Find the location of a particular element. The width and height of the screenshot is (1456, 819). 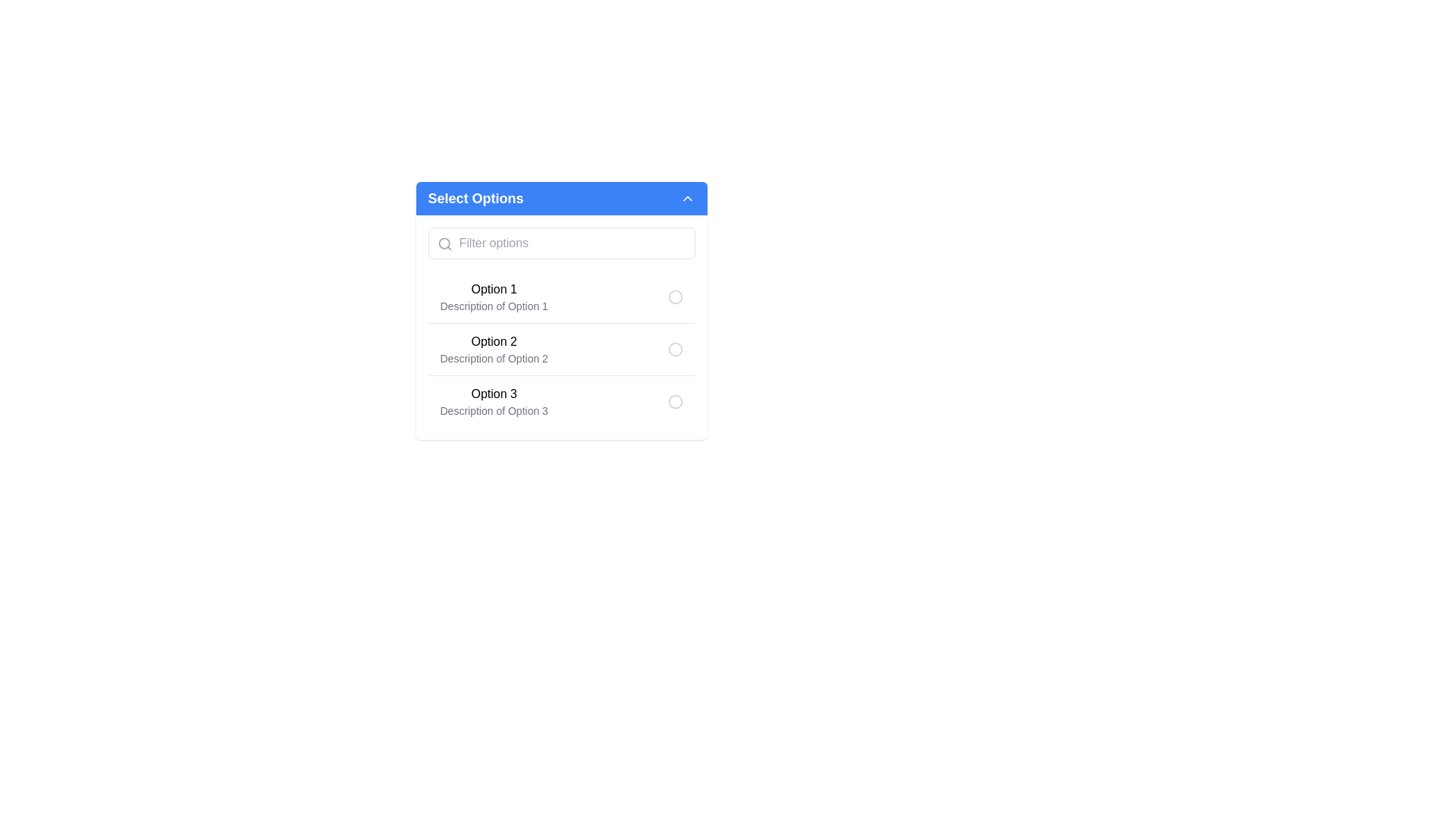

the radio button associated with 'Option 2' is located at coordinates (560, 327).